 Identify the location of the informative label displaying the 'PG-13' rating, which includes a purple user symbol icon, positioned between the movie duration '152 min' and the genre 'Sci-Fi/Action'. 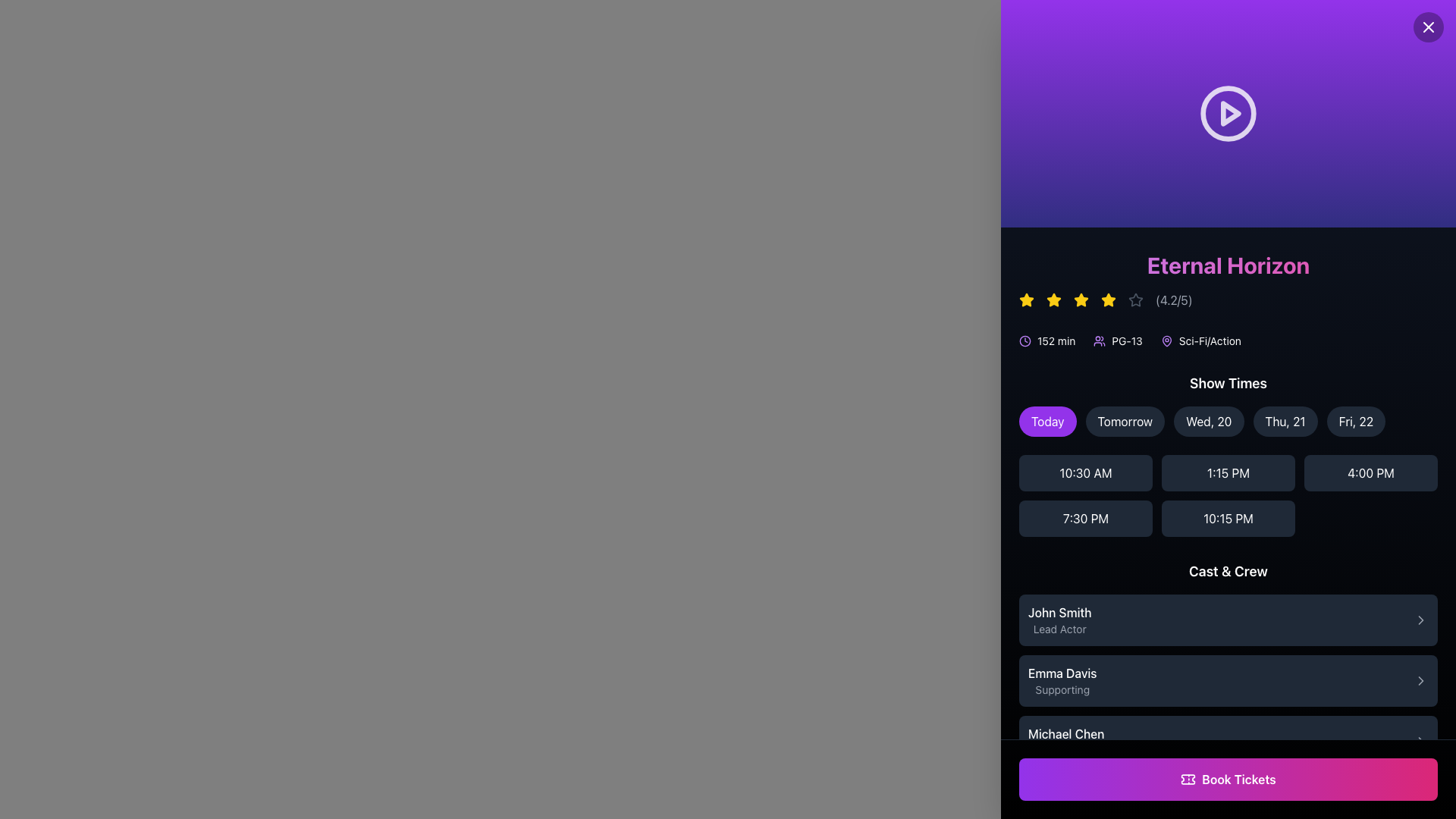
(1118, 341).